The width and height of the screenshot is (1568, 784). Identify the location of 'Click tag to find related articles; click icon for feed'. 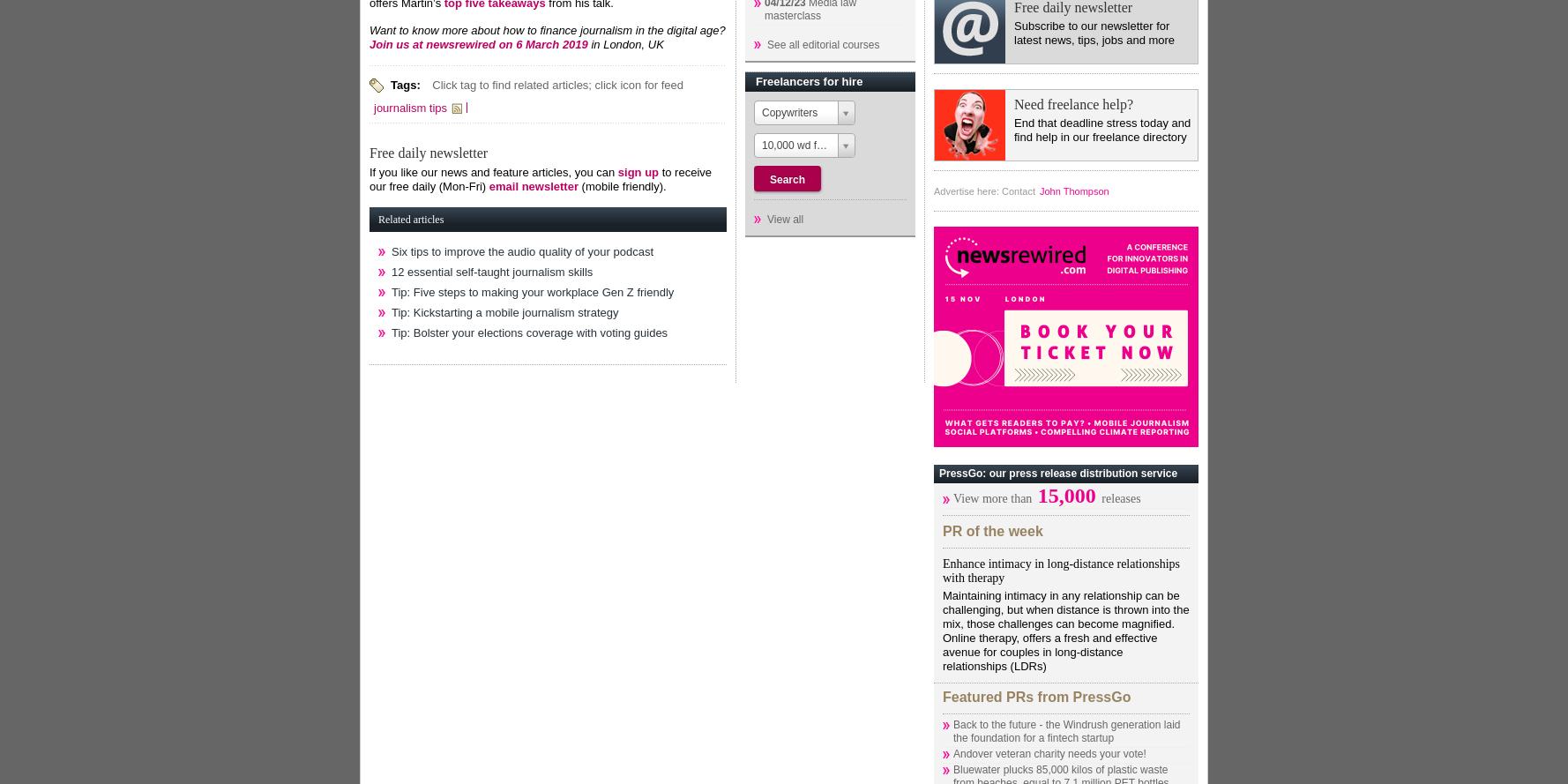
(556, 83).